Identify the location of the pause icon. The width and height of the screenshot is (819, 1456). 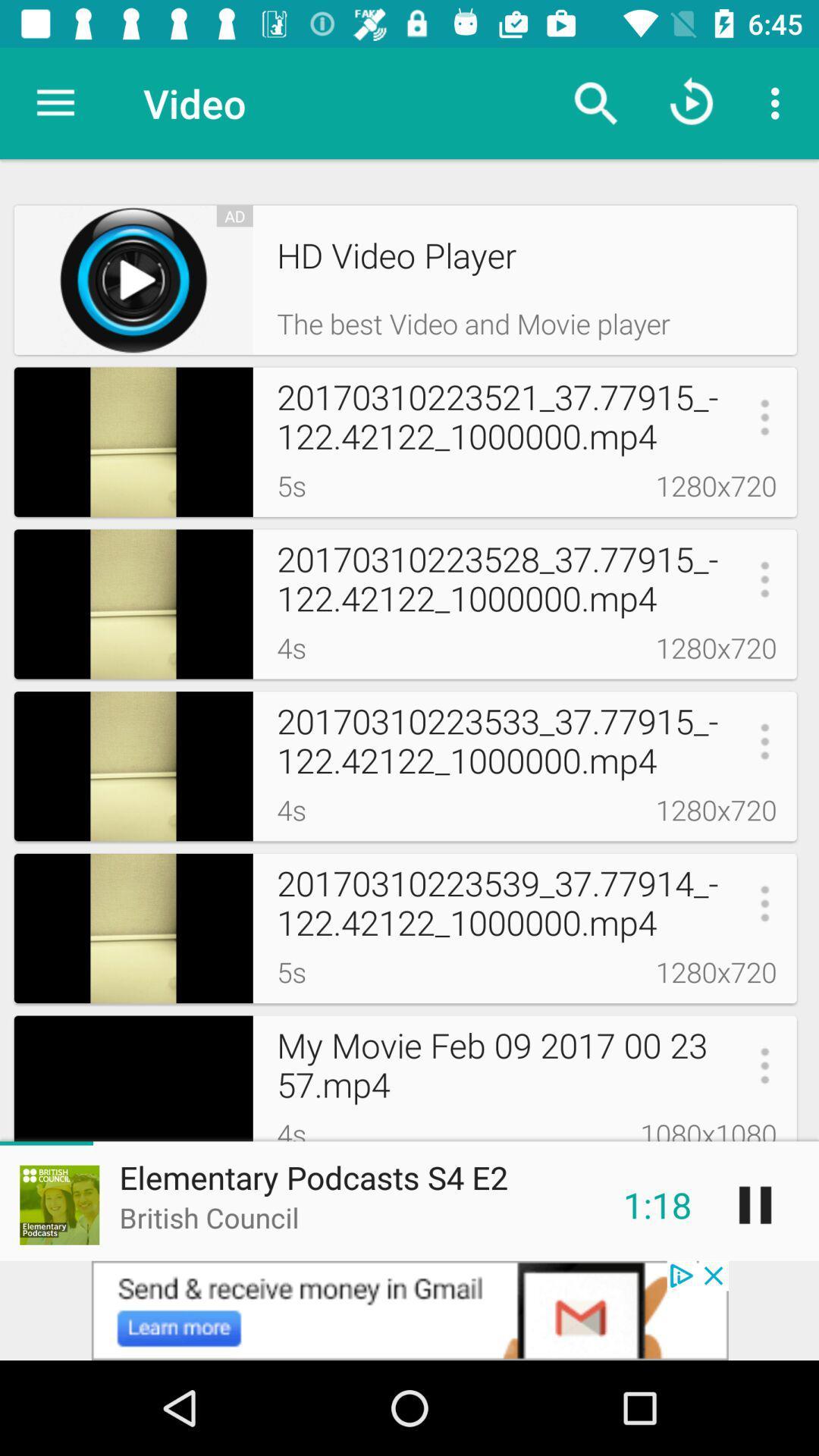
(755, 1204).